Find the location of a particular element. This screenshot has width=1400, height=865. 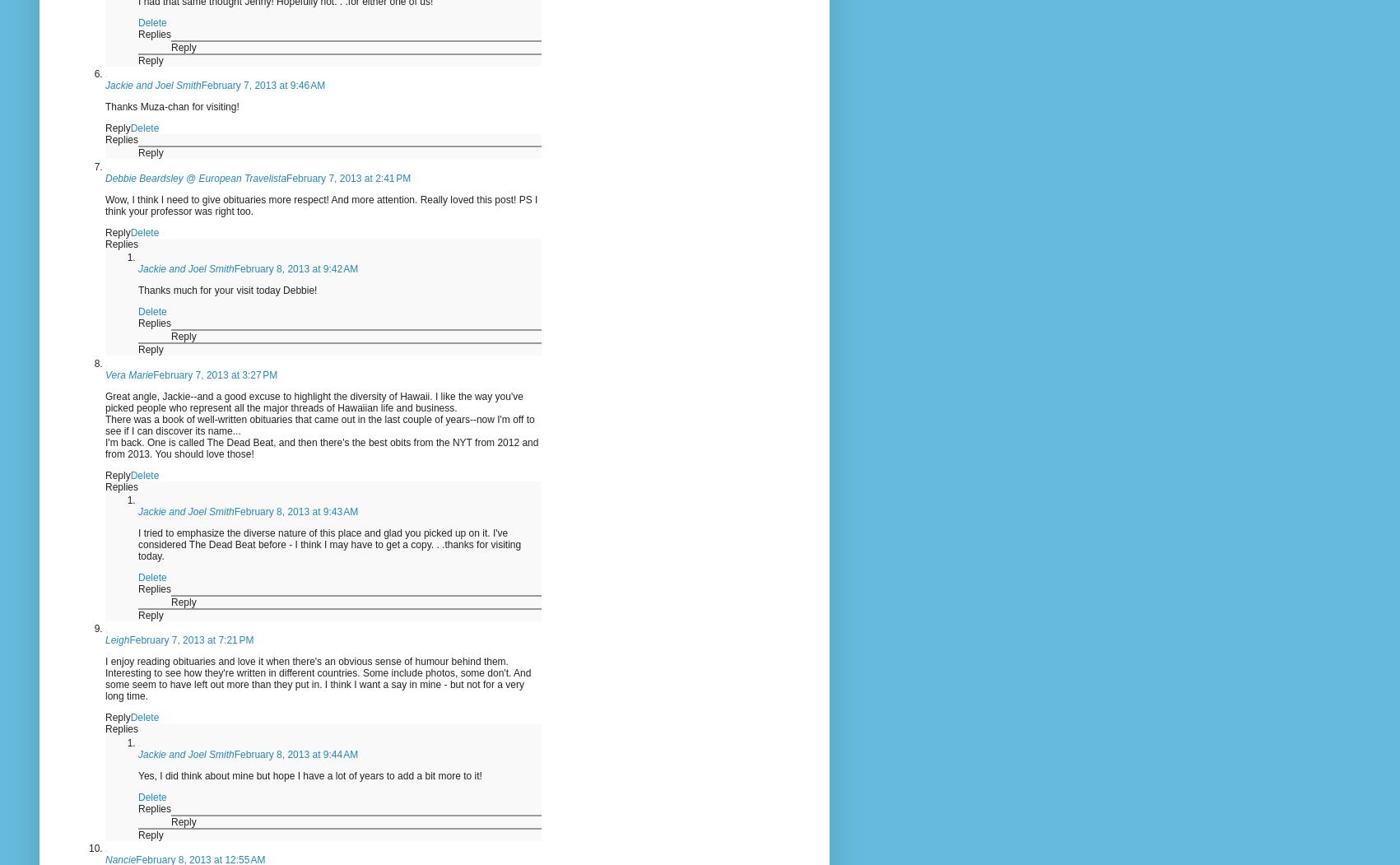

'February 8, 2013 at 9:42 AM' is located at coordinates (295, 268).